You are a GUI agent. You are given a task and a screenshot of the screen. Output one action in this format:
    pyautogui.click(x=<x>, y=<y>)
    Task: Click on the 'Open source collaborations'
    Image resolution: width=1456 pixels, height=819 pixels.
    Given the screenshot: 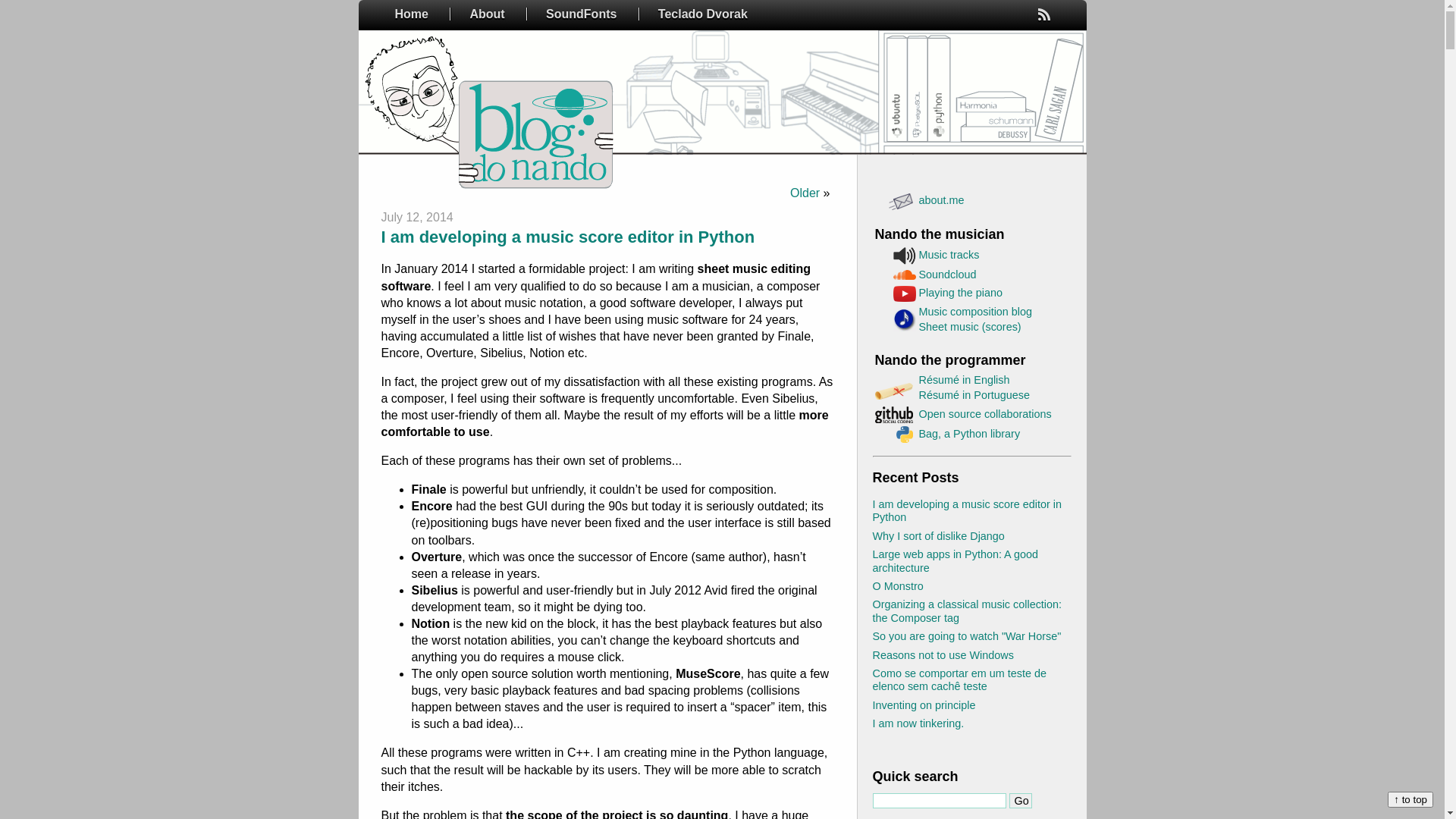 What is the action you would take?
    pyautogui.click(x=985, y=414)
    